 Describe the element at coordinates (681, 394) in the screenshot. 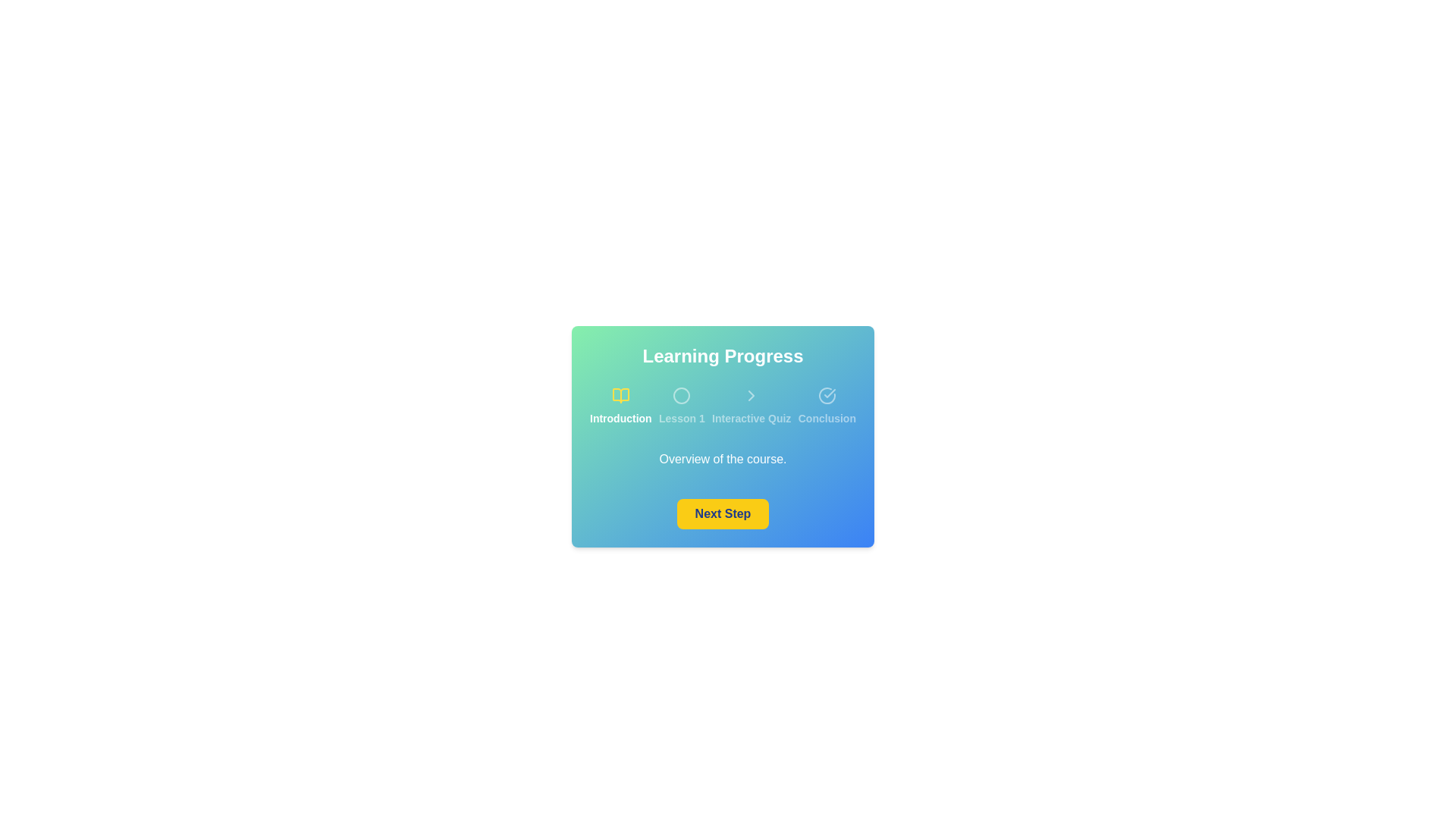

I see `the circular SVG element with a radius of 10 pixels, located near the 'Lesson 1' text label in the horizontal stepper component` at that location.